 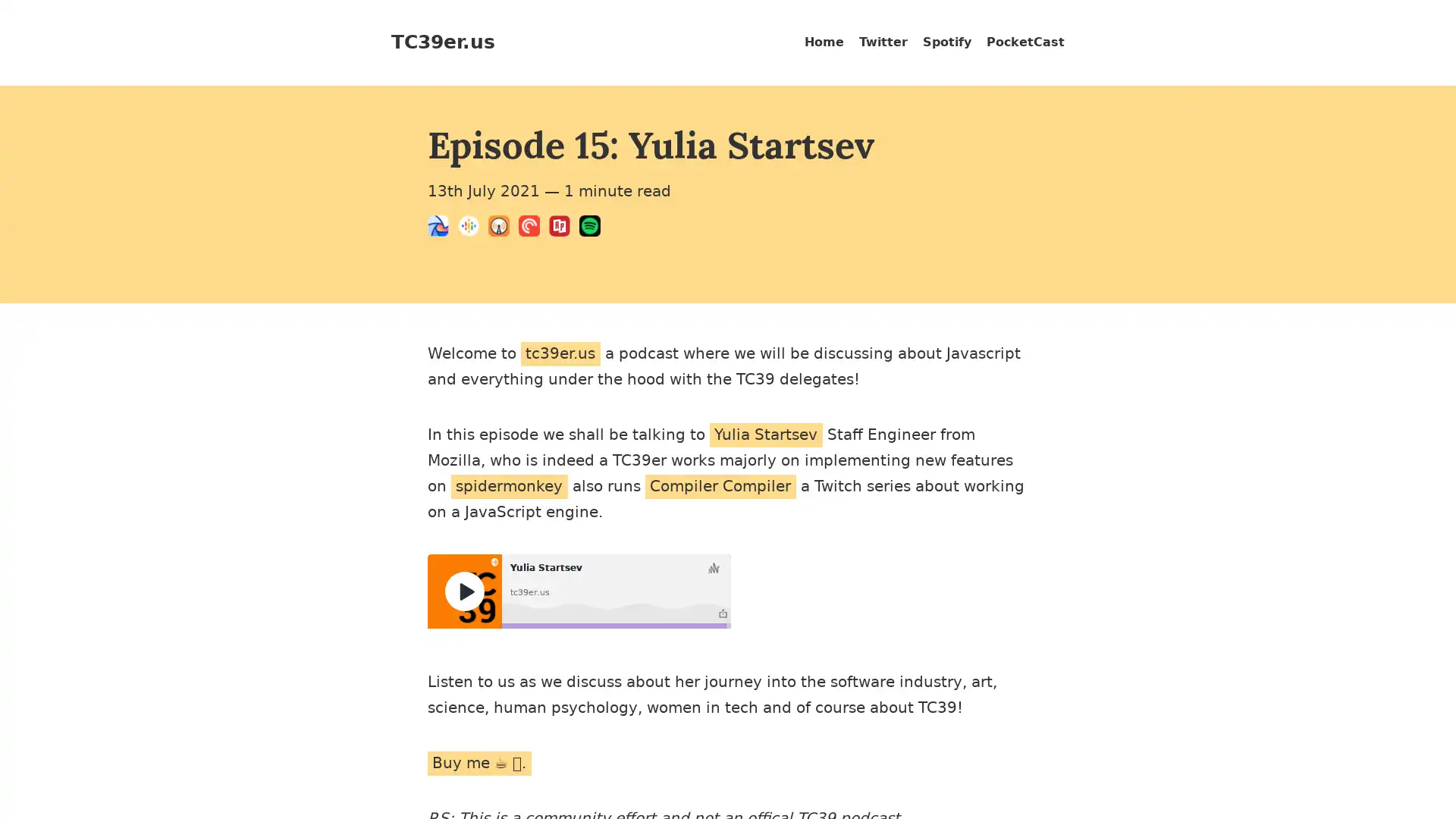 I want to click on Breaker Logo, so click(x=442, y=228).